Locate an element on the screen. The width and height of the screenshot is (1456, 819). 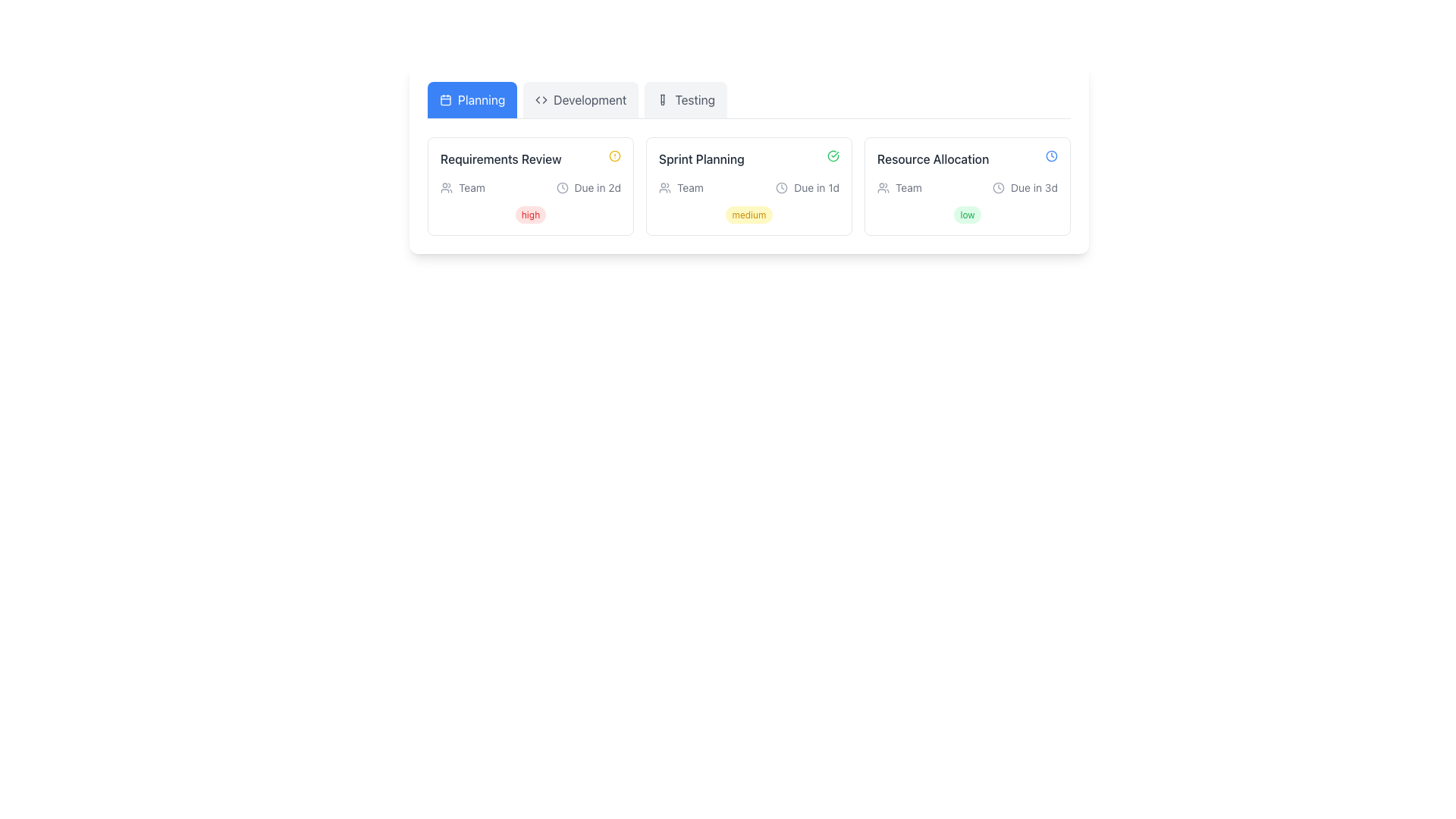
the SVG circle graphic that serves as the circular base of a clock icon, located adjacent to the text 'Resource Allocation' in the third column of the displayed interface under the 'Planning' tab is located at coordinates (561, 187).